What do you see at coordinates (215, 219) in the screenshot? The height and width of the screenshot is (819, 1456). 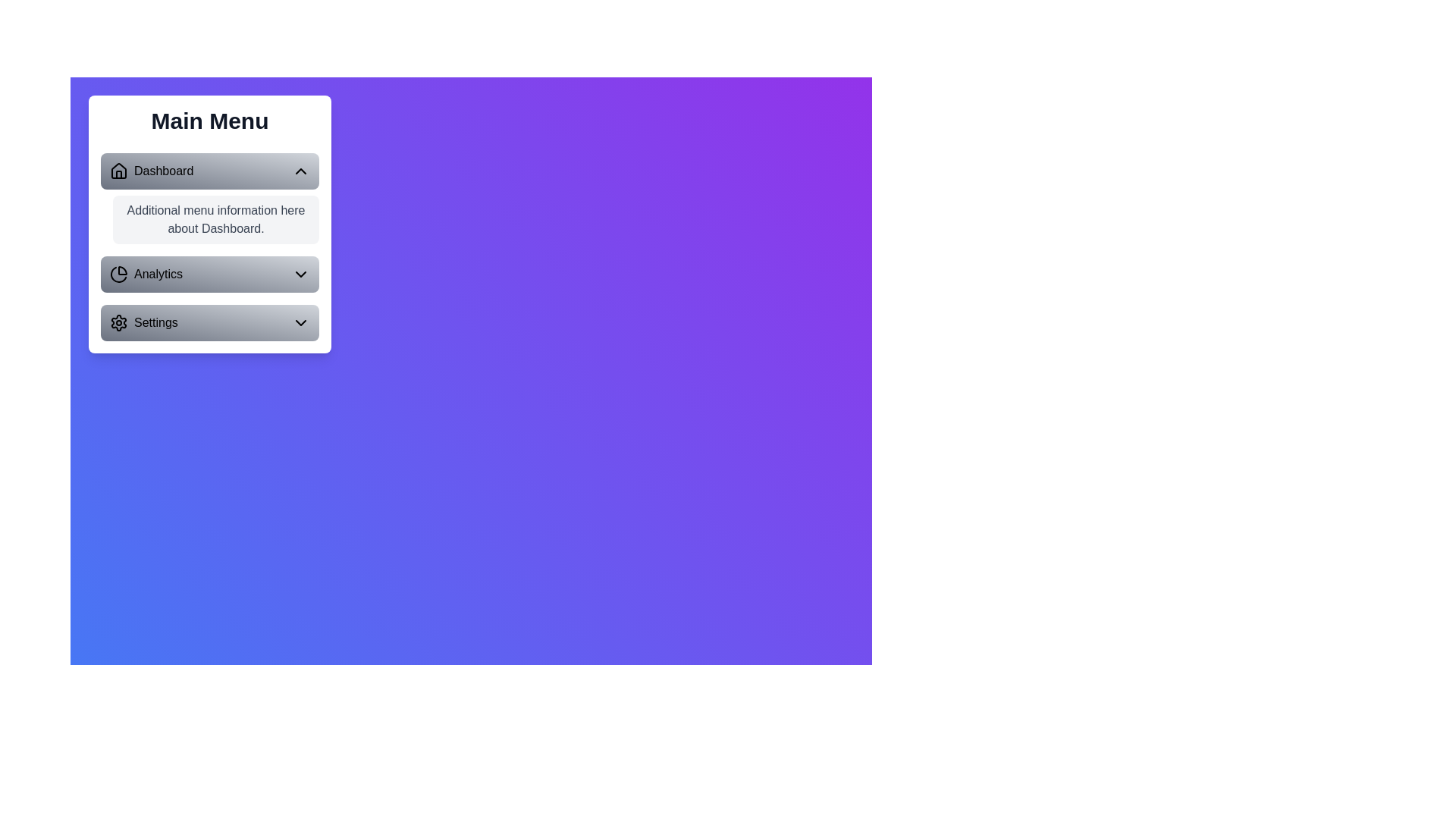 I see `informational text located in the dropdown section below the 'Dashboard' label and above 'Analytics' and 'Settings'` at bounding box center [215, 219].